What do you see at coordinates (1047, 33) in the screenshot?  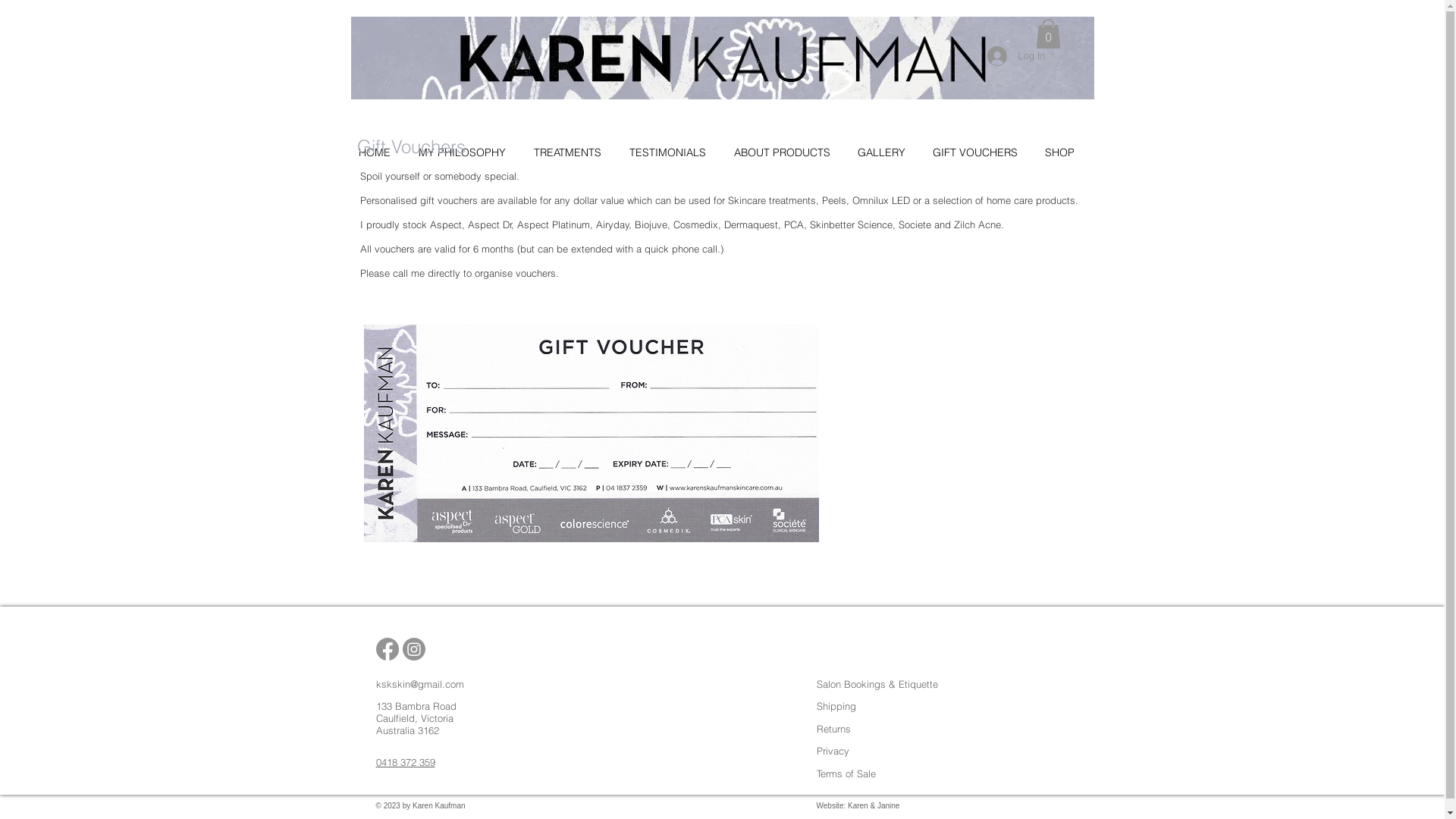 I see `'0'` at bounding box center [1047, 33].